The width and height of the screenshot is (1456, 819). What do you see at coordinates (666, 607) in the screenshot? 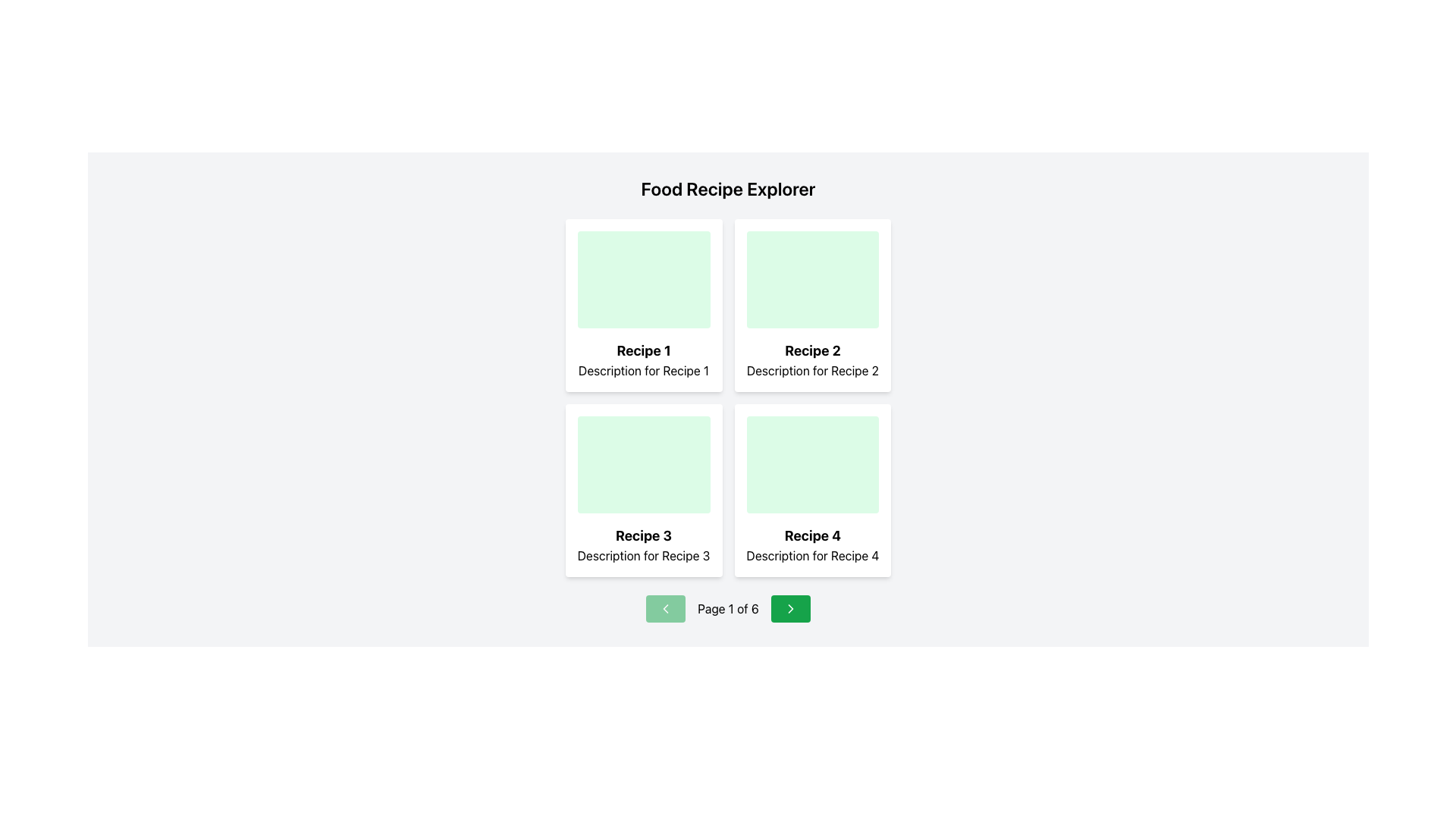
I see `the left-facing chevron icon located within the navigational button area on the left side of the pagination section at the bottom of the page` at bounding box center [666, 607].